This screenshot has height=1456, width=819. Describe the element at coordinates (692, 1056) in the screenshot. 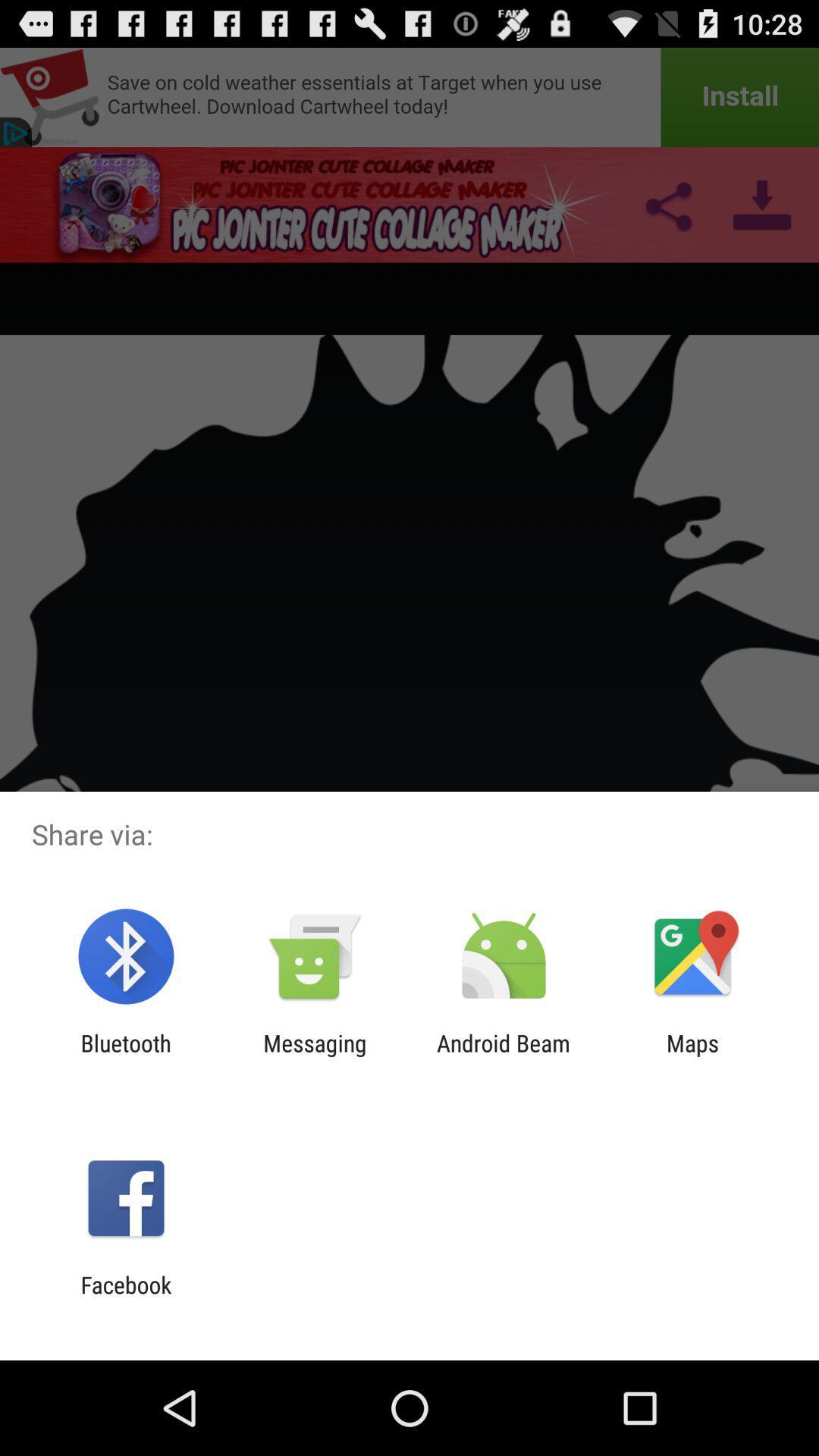

I see `item next to android beam item` at that location.